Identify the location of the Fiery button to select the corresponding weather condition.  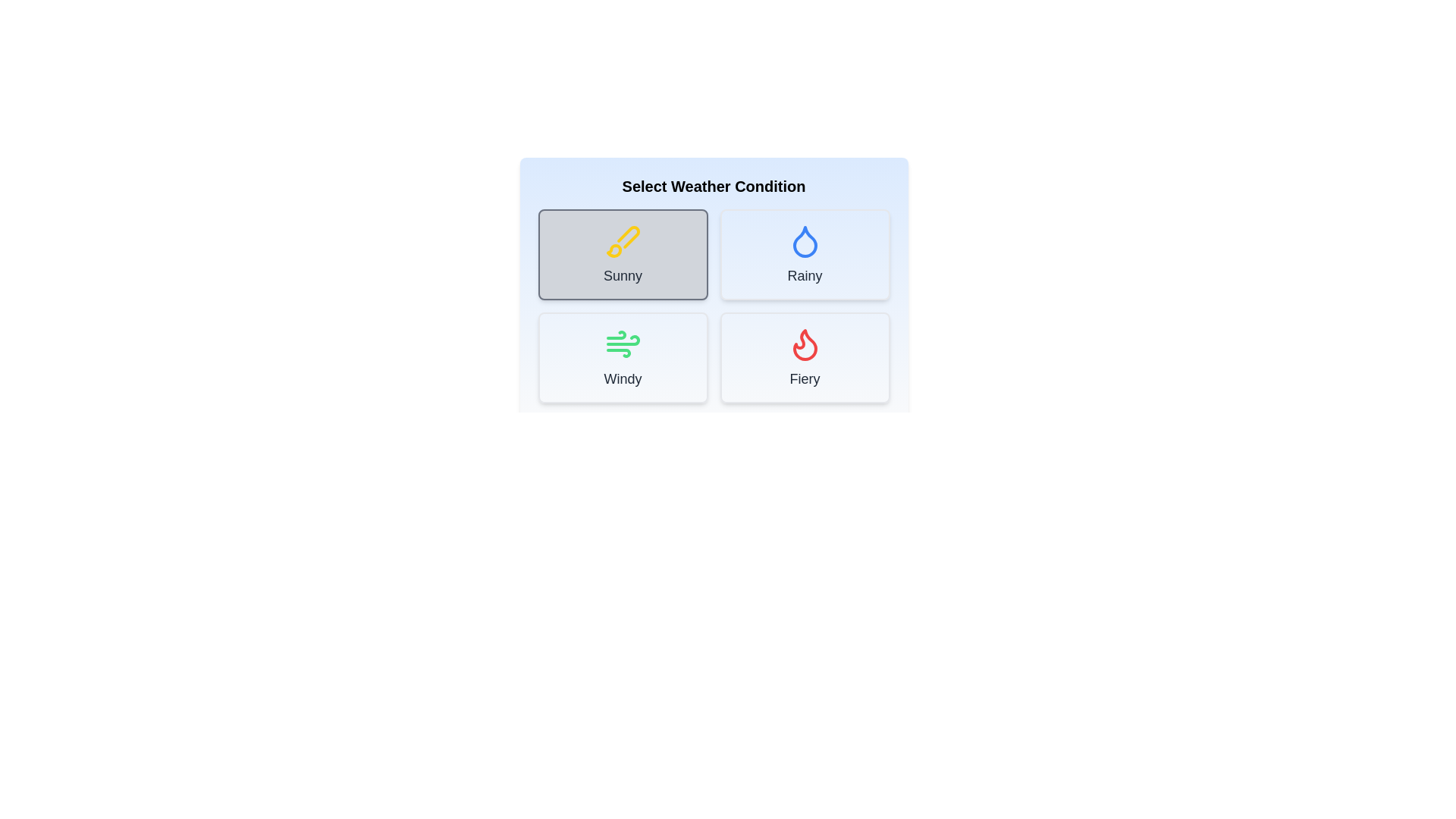
(804, 357).